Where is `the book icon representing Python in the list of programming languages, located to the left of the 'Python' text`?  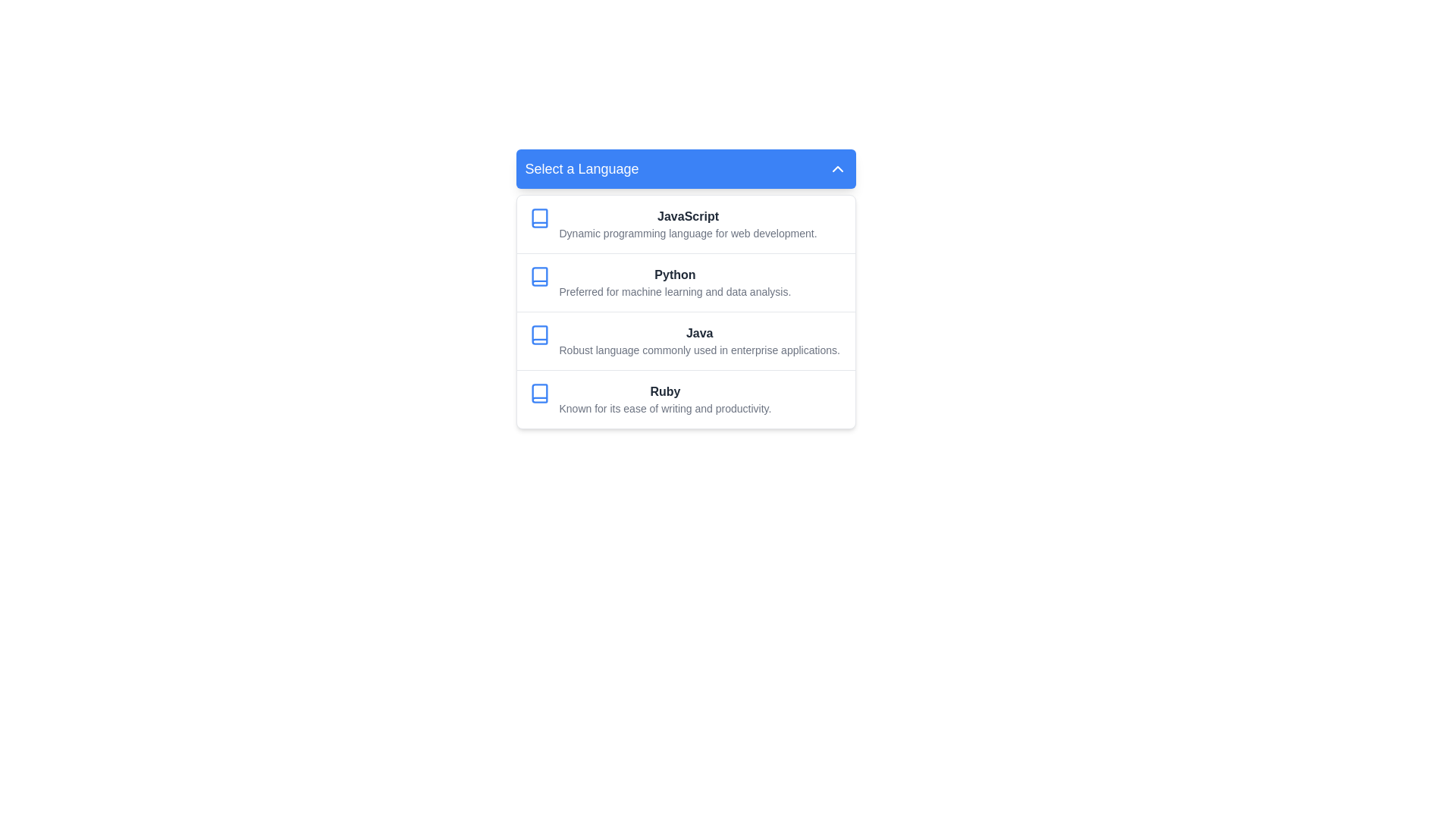
the book icon representing Python in the list of programming languages, located to the left of the 'Python' text is located at coordinates (539, 277).